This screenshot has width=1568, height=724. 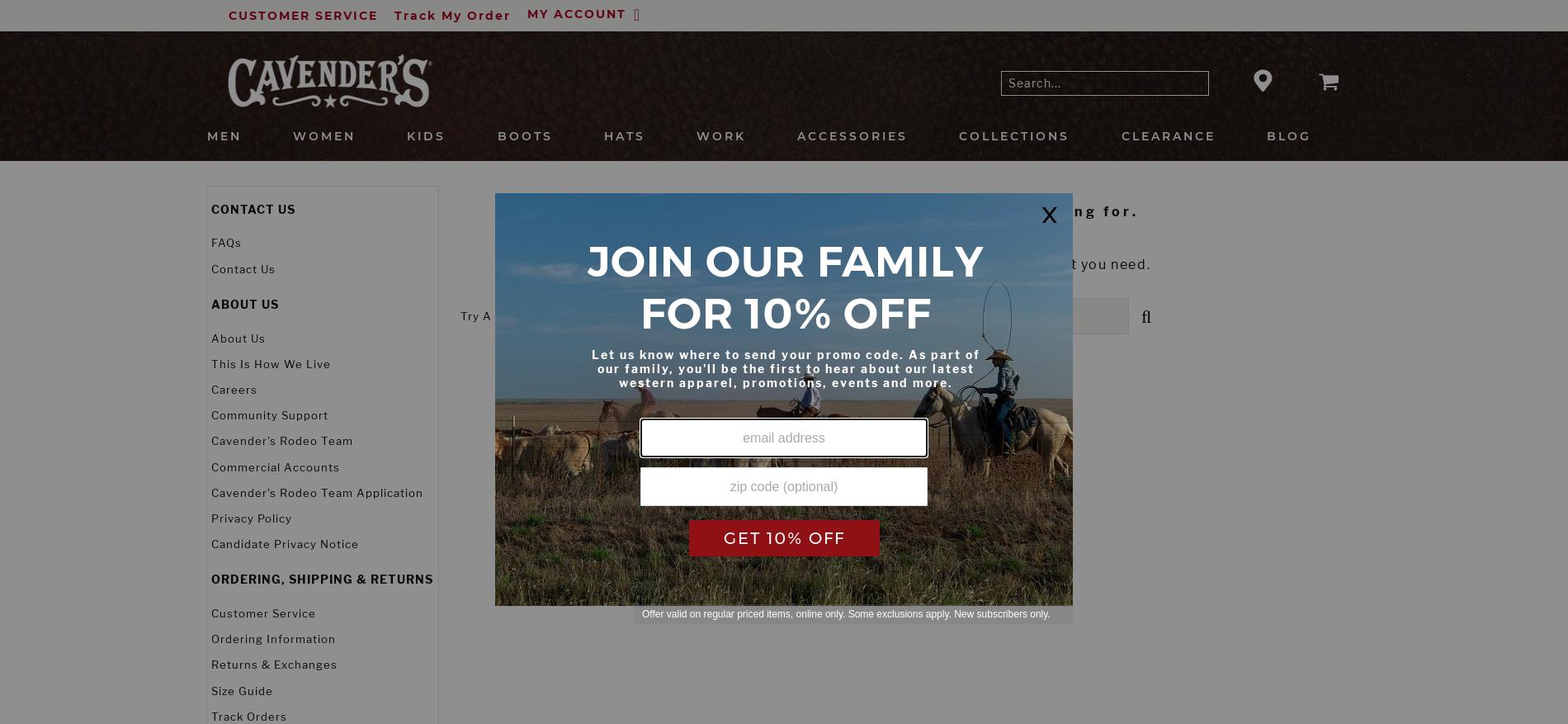 I want to click on 'BLOG', so click(x=1288, y=135).